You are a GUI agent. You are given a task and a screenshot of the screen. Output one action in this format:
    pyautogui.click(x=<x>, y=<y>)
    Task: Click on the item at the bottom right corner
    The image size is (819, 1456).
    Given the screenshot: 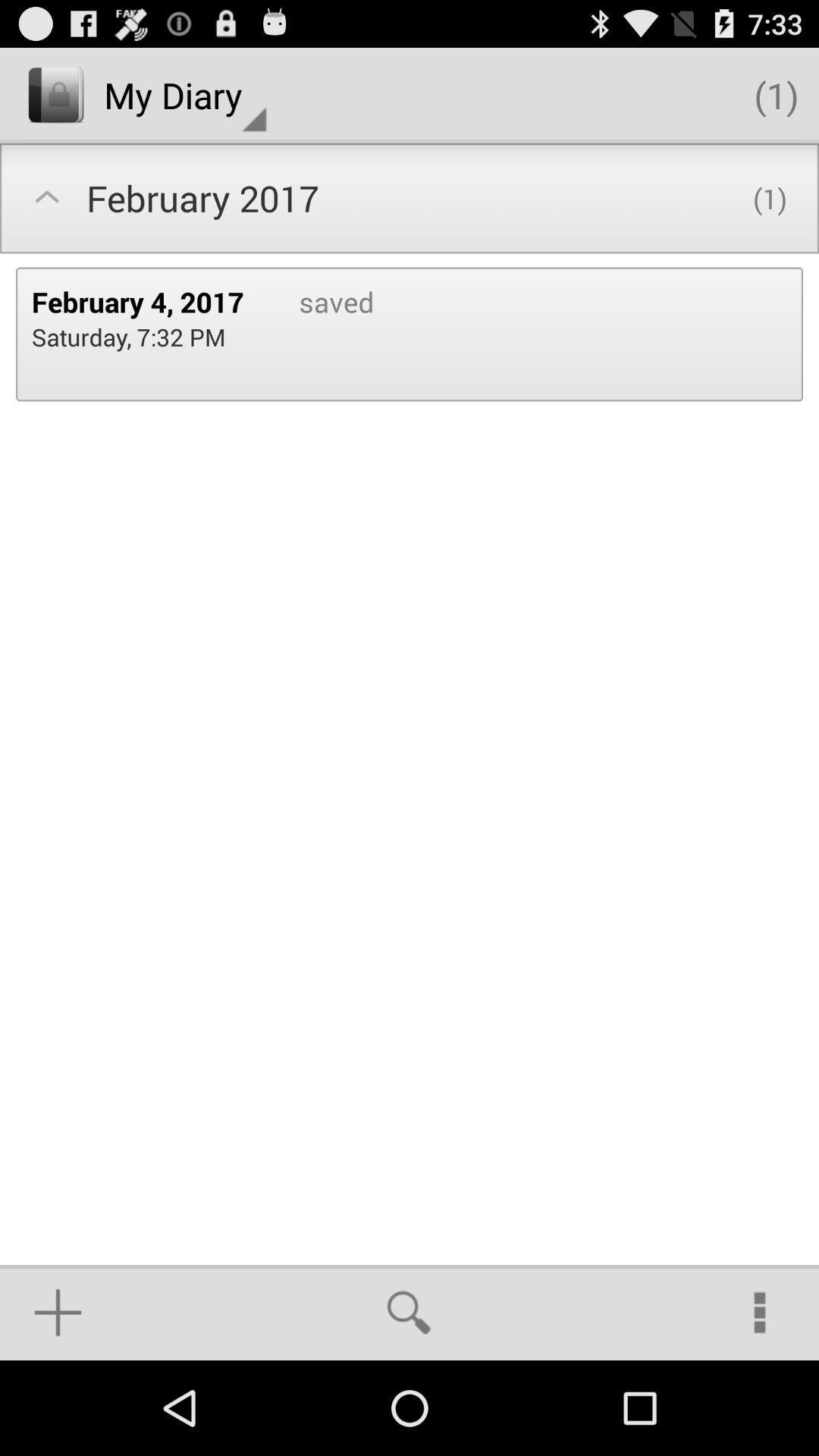 What is the action you would take?
    pyautogui.click(x=760, y=1312)
    